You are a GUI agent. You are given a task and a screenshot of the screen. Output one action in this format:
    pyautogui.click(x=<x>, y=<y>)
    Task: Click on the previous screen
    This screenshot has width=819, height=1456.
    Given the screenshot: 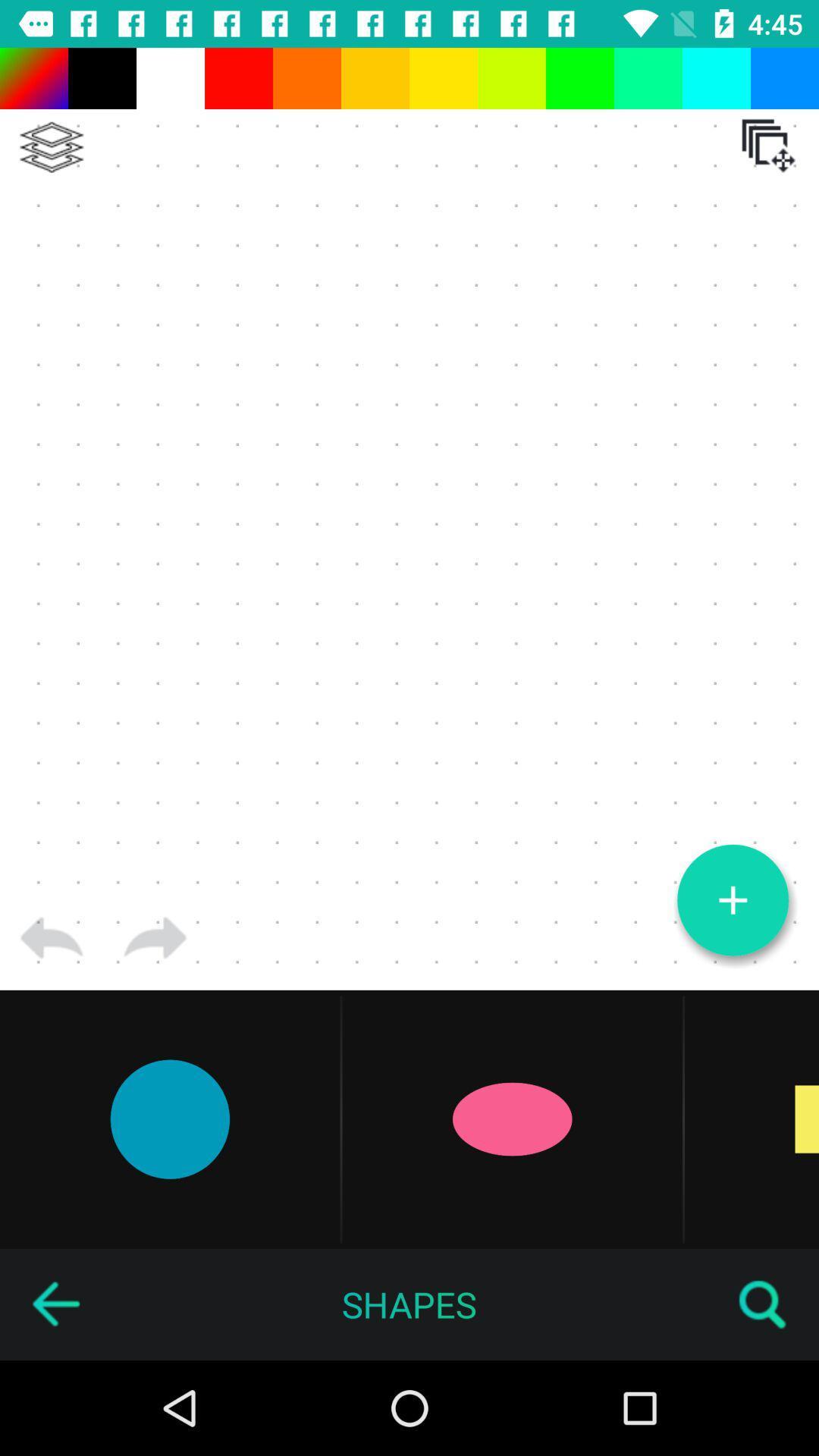 What is the action you would take?
    pyautogui.click(x=55, y=1304)
    